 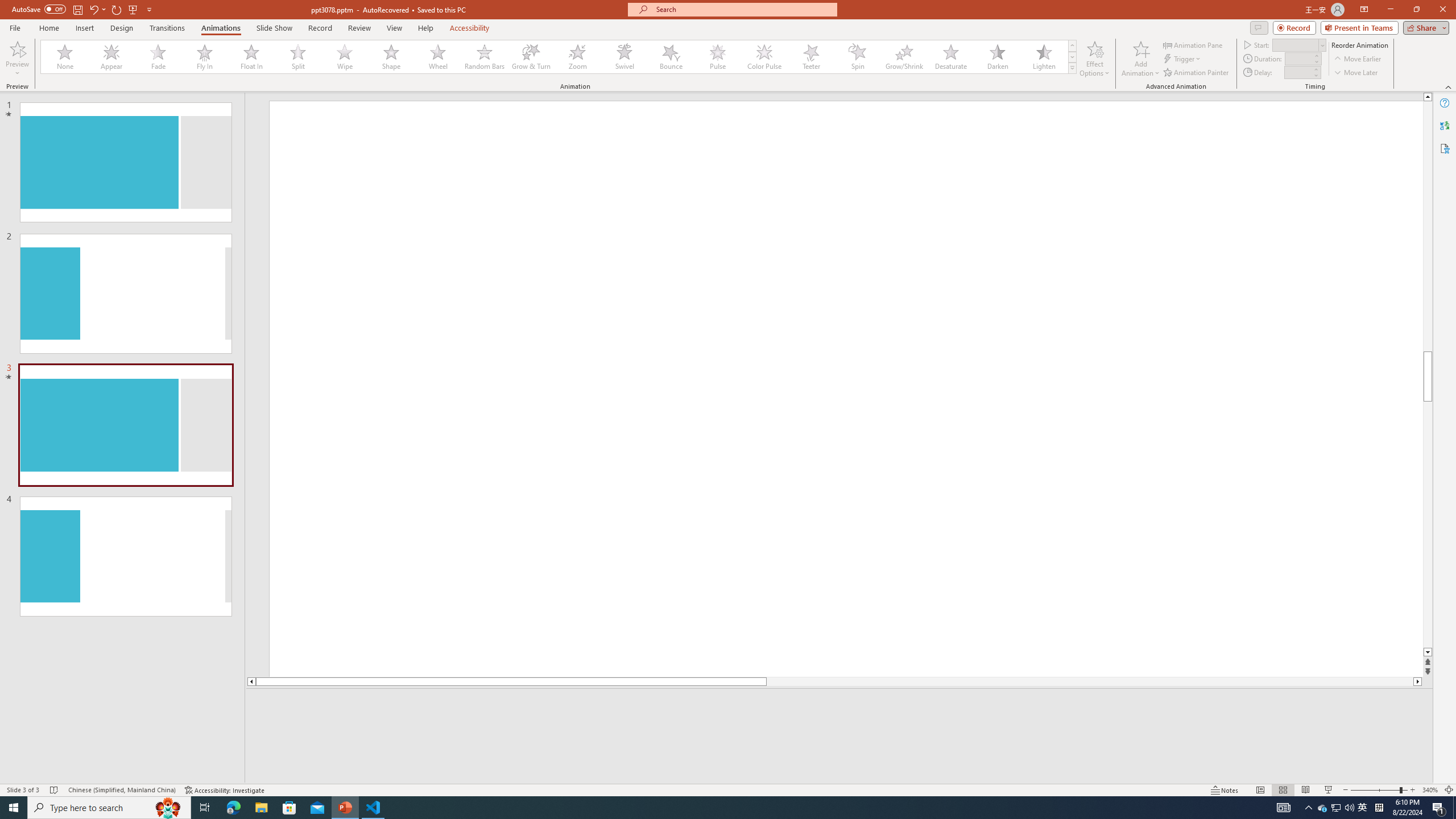 I want to click on 'Shape', so click(x=391, y=56).